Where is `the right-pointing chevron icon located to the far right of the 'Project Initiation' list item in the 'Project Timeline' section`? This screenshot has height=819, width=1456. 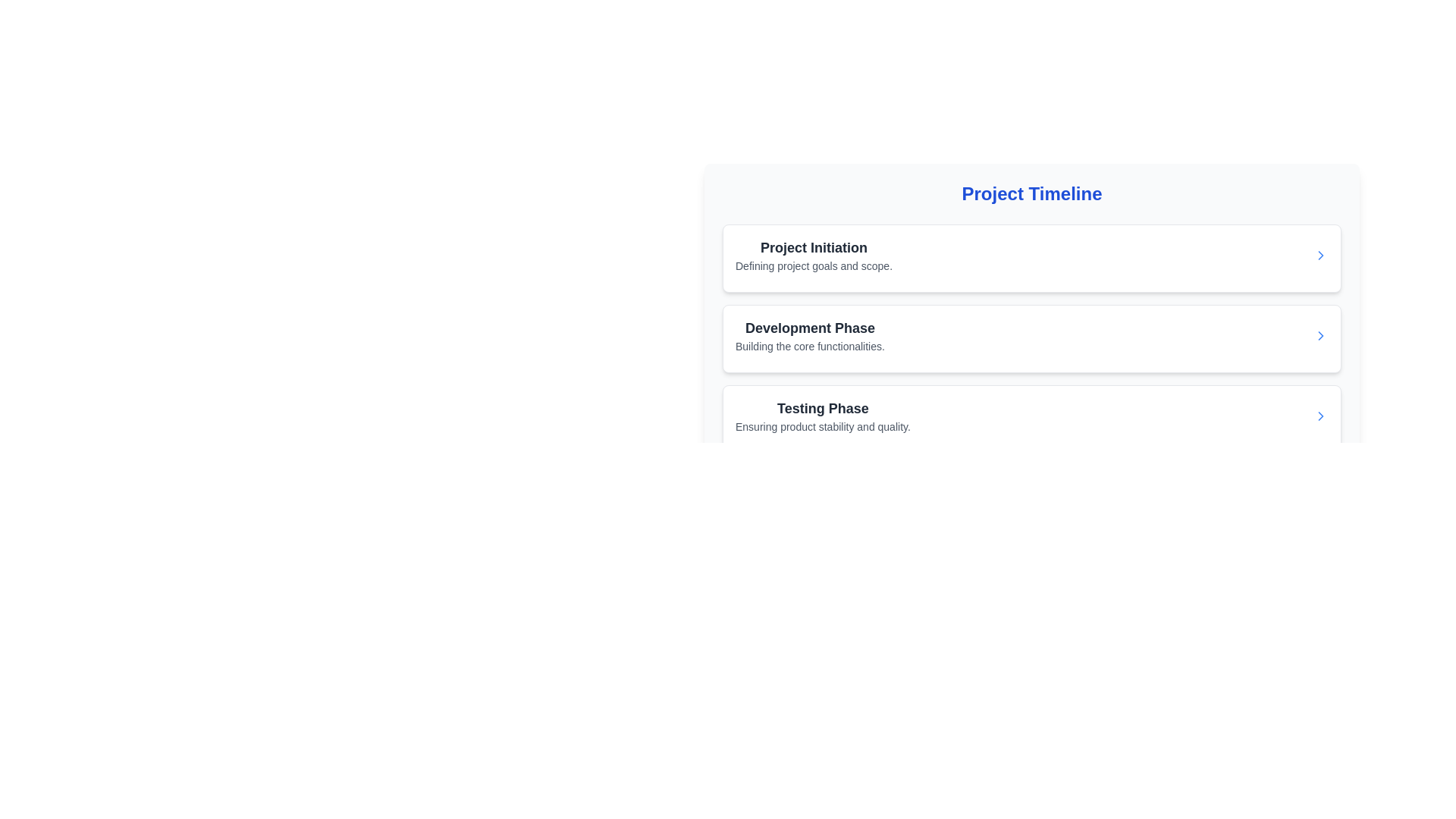
the right-pointing chevron icon located to the far right of the 'Project Initiation' list item in the 'Project Timeline' section is located at coordinates (1320, 254).